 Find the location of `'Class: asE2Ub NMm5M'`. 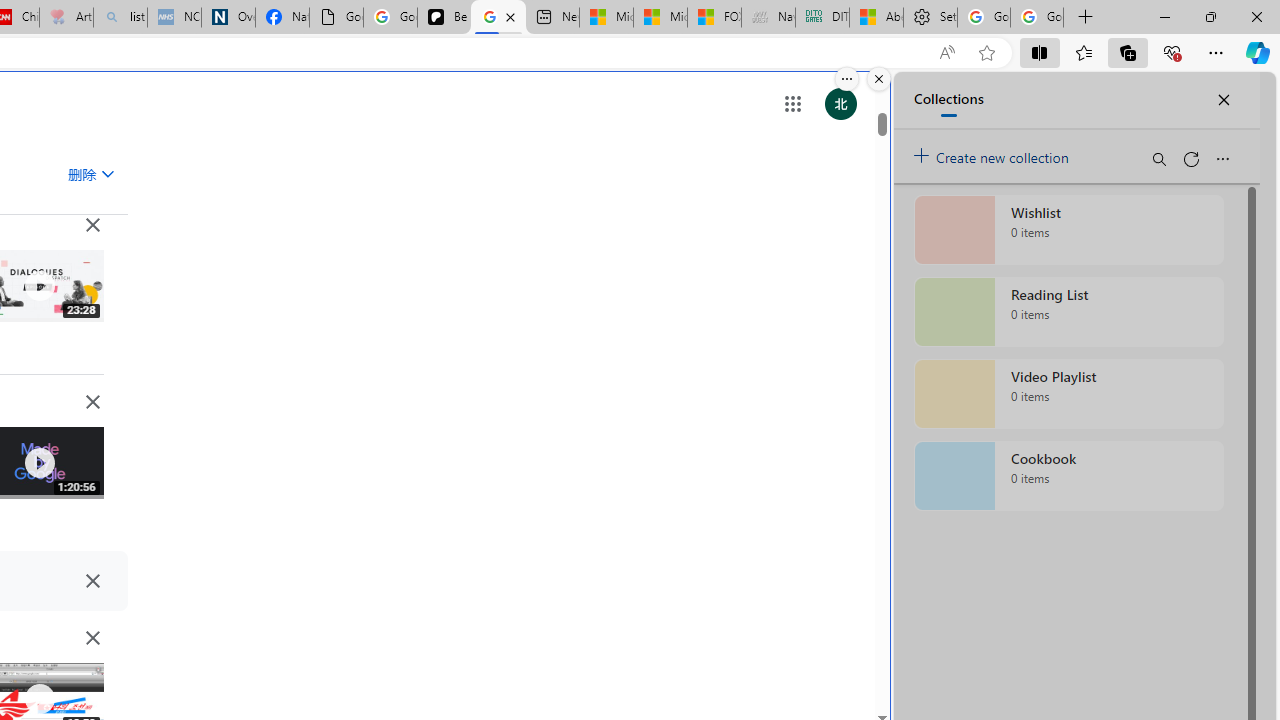

'Class: asE2Ub NMm5M' is located at coordinates (106, 172).